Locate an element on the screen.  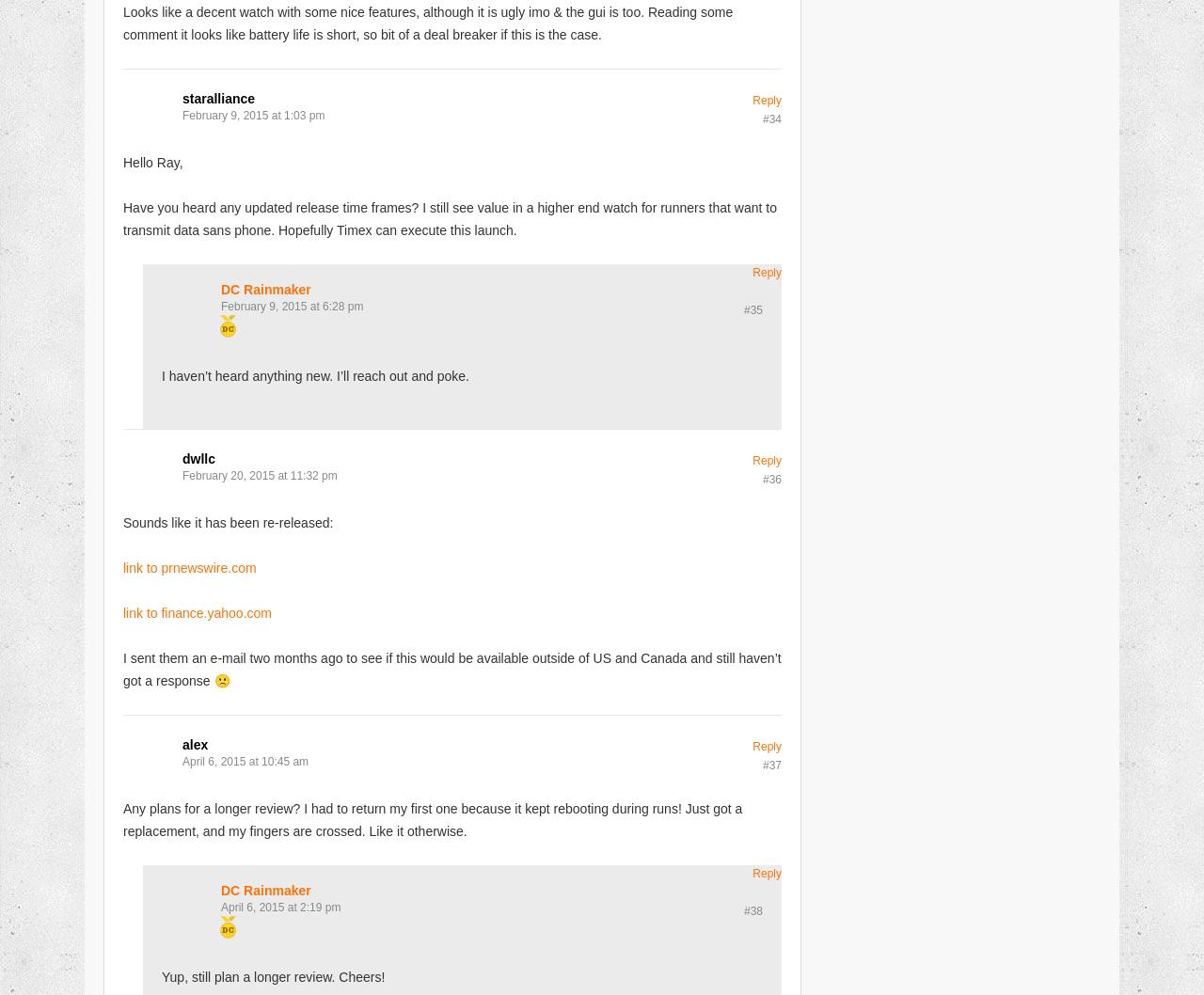
'April 6, 2015 at 10:45 am' is located at coordinates (182, 760).